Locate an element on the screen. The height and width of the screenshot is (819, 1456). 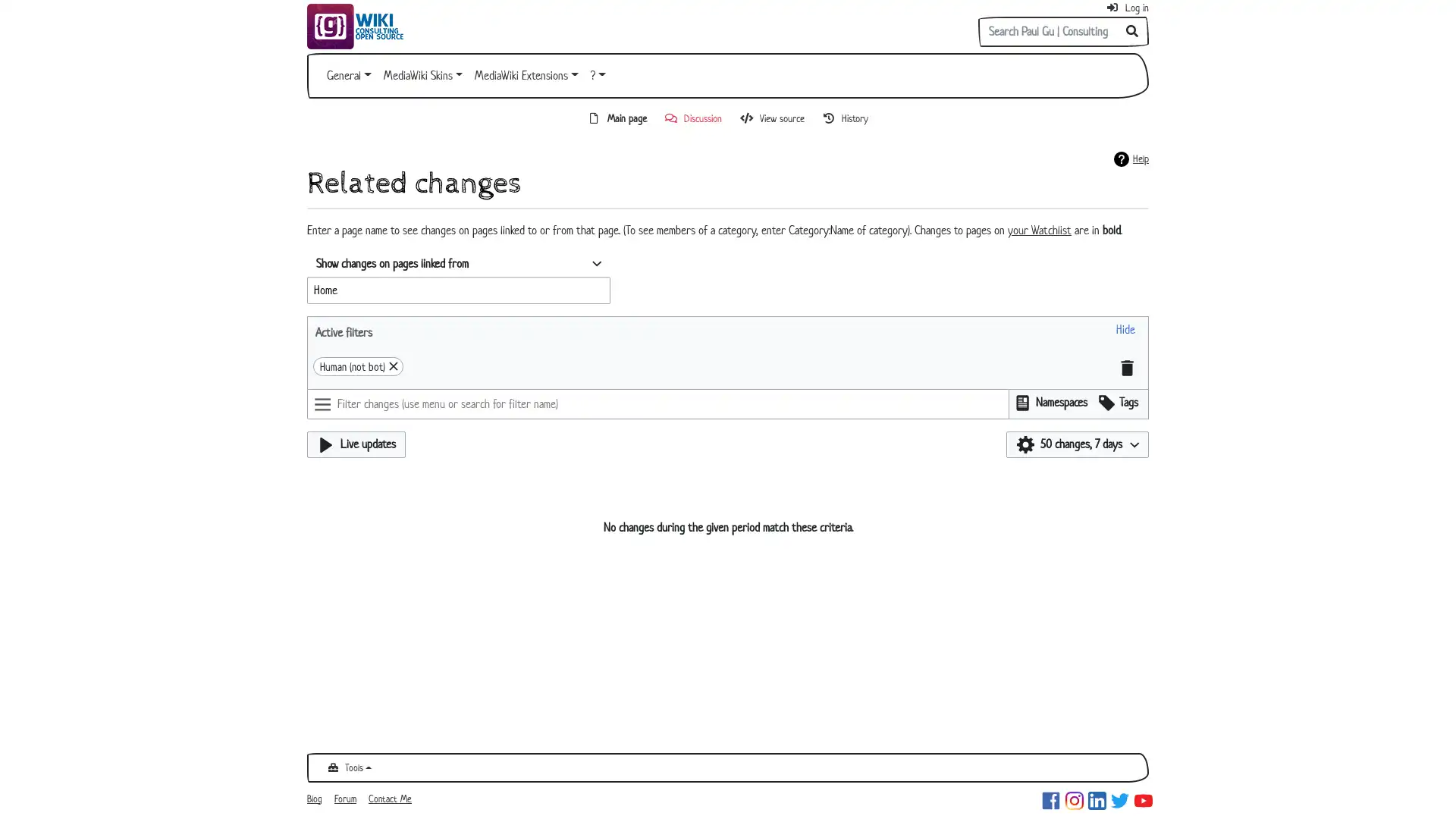
50 changes, 7 days is located at coordinates (1076, 444).